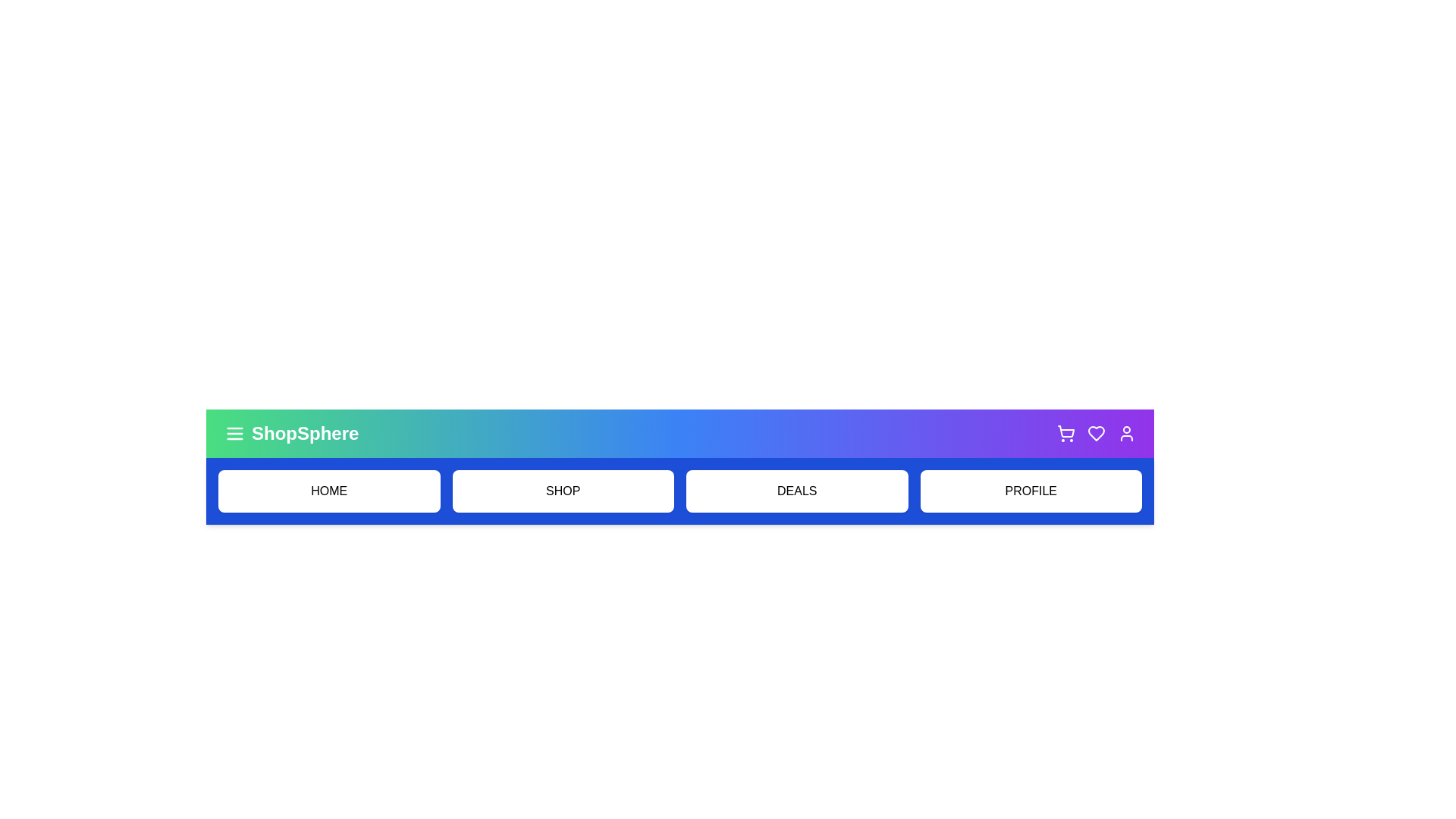 This screenshot has height=819, width=1456. What do you see at coordinates (1096, 433) in the screenshot?
I see `the 'Heart' icon in the ECommerceAppBar component` at bounding box center [1096, 433].